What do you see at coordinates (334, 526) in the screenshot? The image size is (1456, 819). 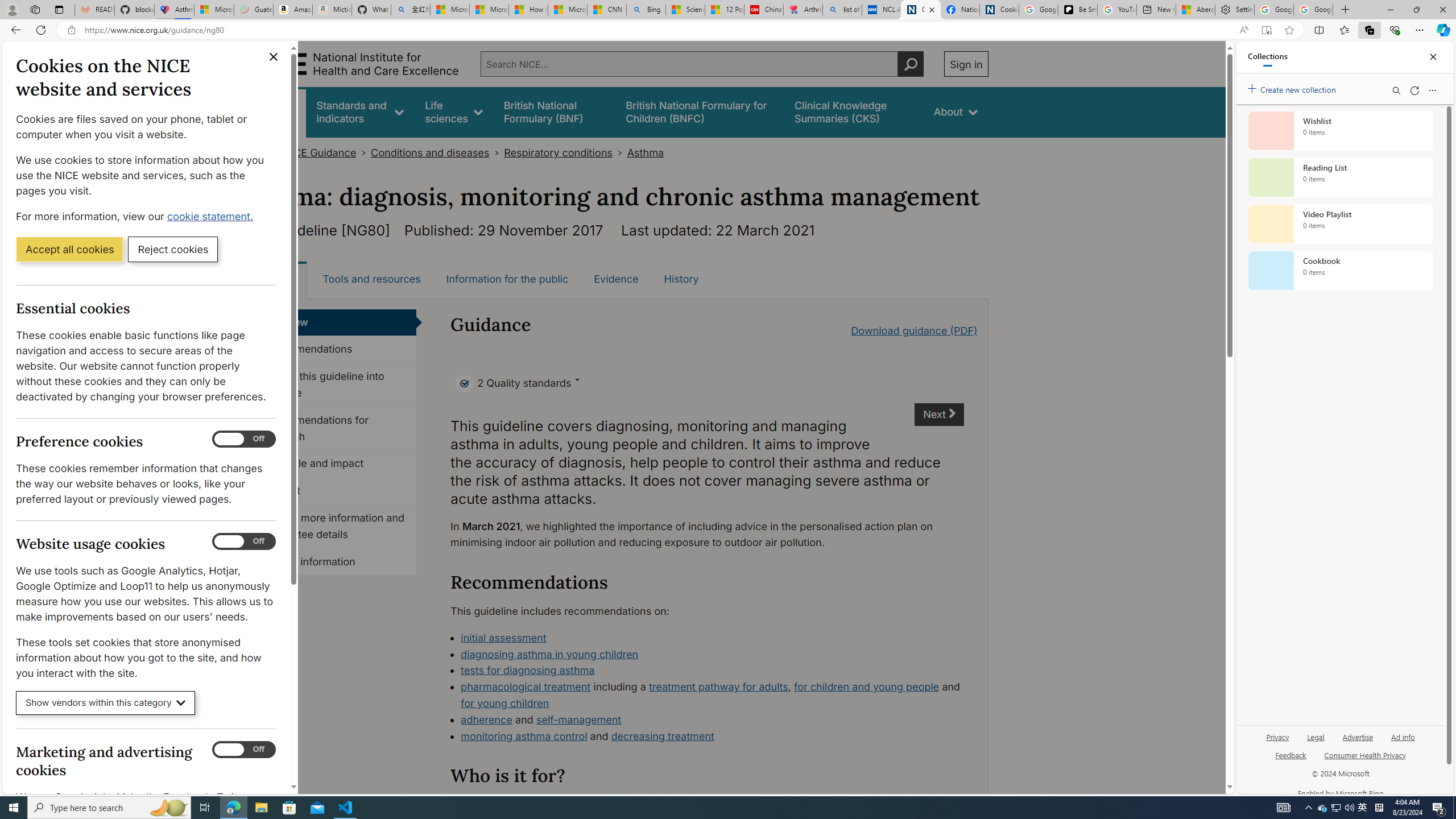 I see `'Finding more information and committee details'` at bounding box center [334, 526].